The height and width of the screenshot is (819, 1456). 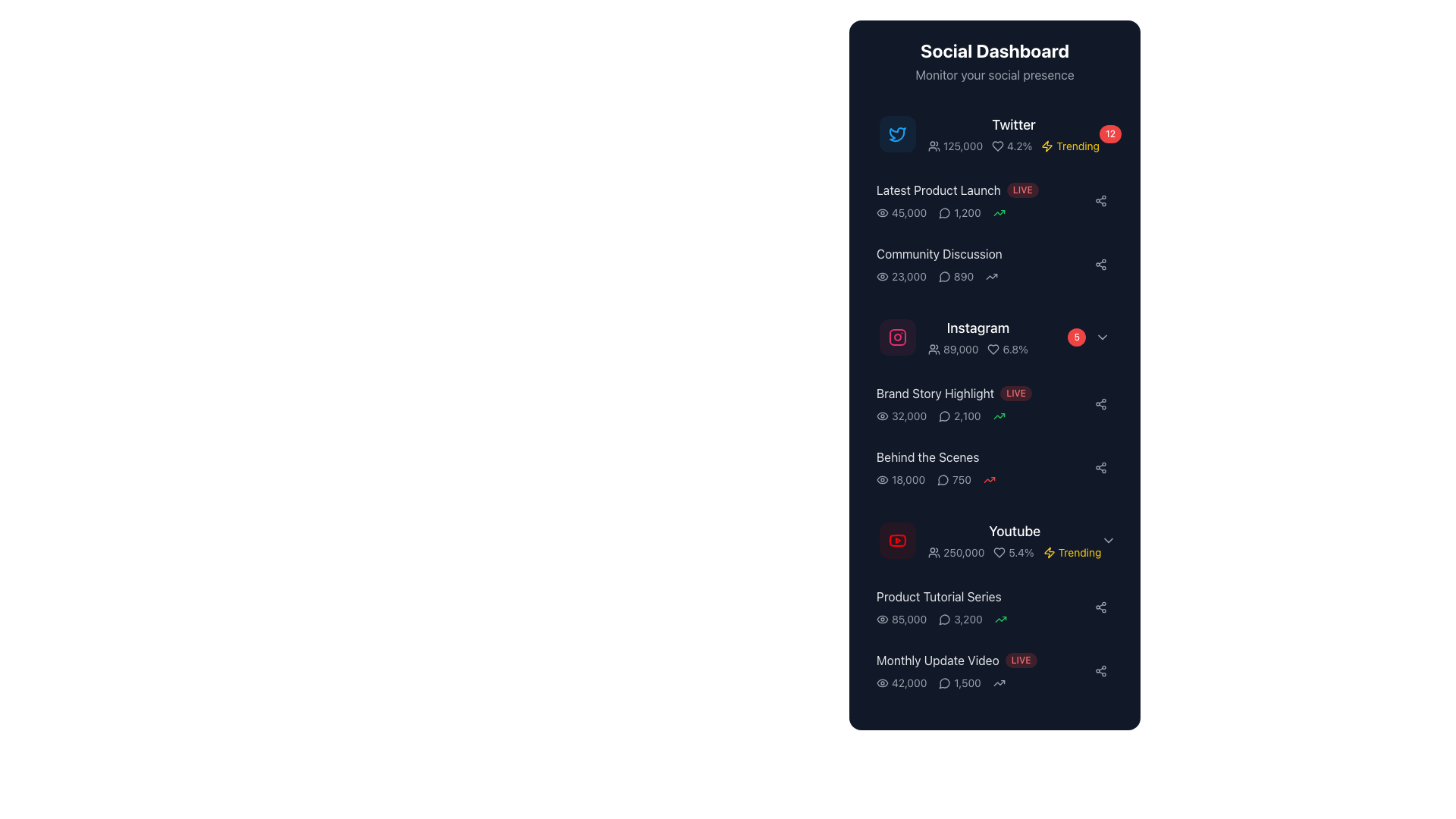 I want to click on the bird icon representing Twitter located in the top-left section of the 'Social Dashboard' panel, which is directly to the left of the 'Twitter' label, so click(x=898, y=133).